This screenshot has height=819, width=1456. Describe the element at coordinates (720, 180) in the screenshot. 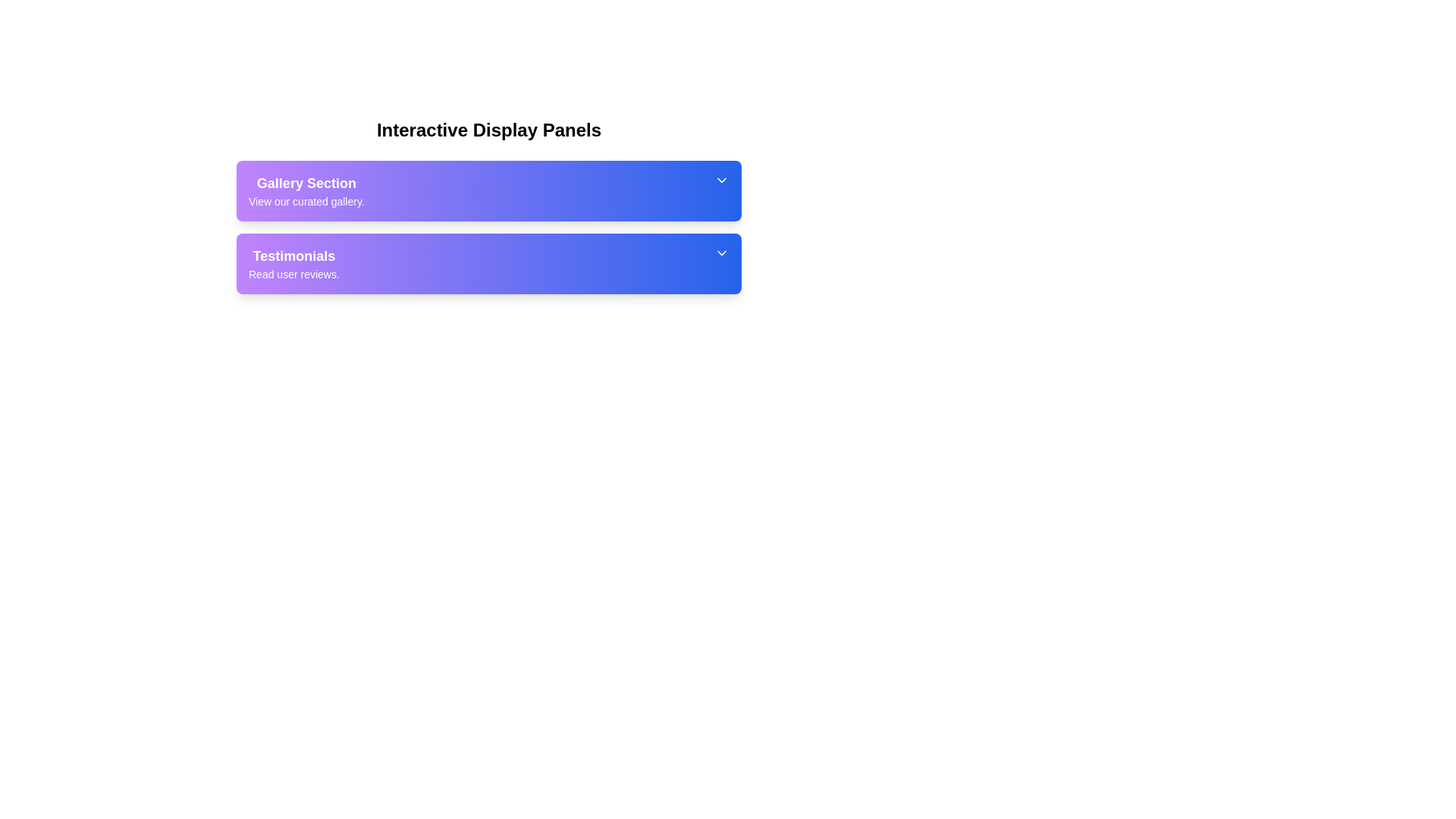

I see `the downward-pointing chevron icon located at the right end of the 'Gallery Section' header bar` at that location.